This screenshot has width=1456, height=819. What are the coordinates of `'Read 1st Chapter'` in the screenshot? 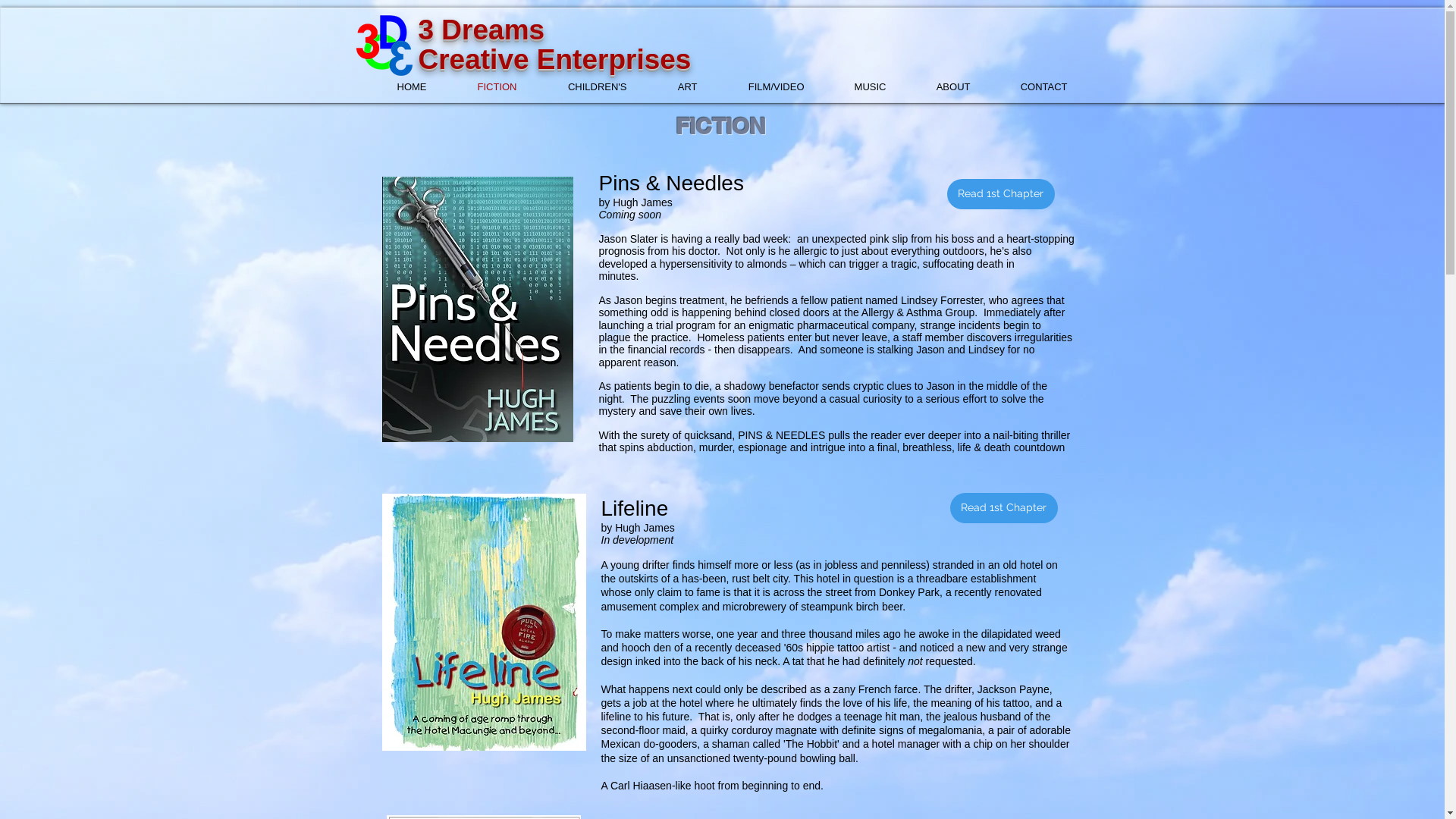 It's located at (1000, 193).